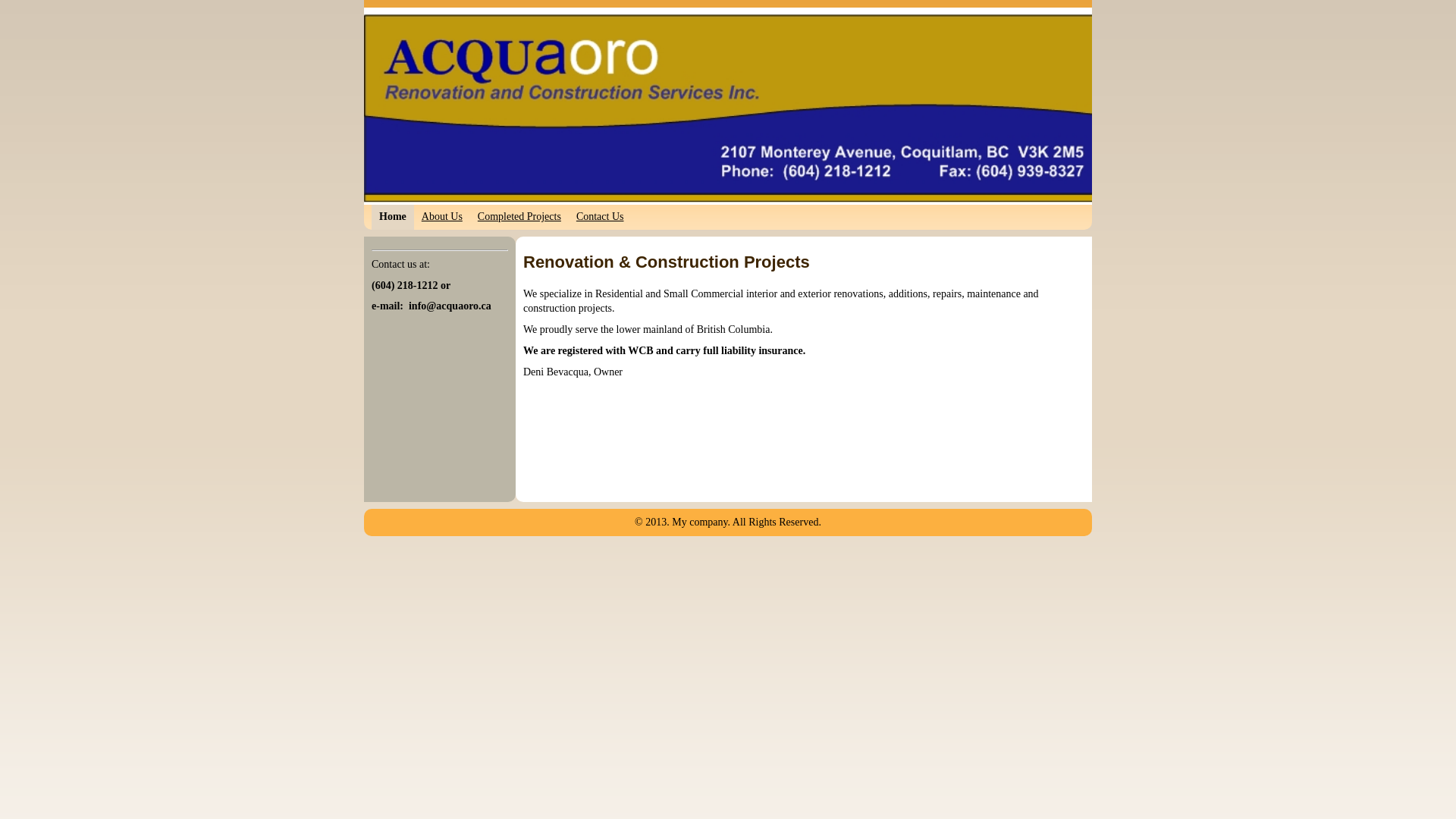 The image size is (1456, 819). What do you see at coordinates (469, 217) in the screenshot?
I see `'Completed Projects'` at bounding box center [469, 217].